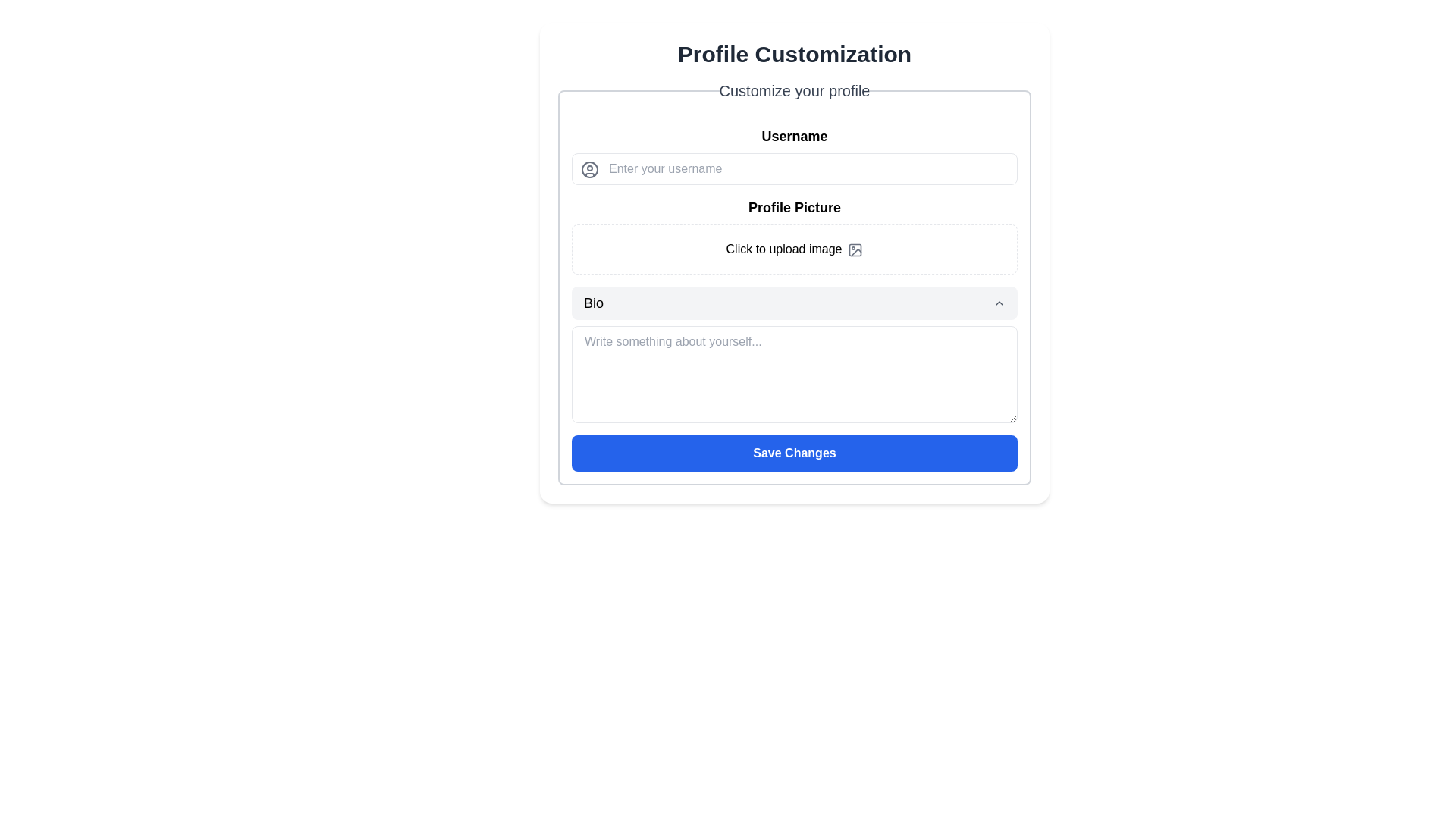 This screenshot has width=1456, height=819. I want to click on the graphical decorative element within the image upload icon located in the Profile Picture section, which is next to the 'Click to upload image' text, so click(855, 249).